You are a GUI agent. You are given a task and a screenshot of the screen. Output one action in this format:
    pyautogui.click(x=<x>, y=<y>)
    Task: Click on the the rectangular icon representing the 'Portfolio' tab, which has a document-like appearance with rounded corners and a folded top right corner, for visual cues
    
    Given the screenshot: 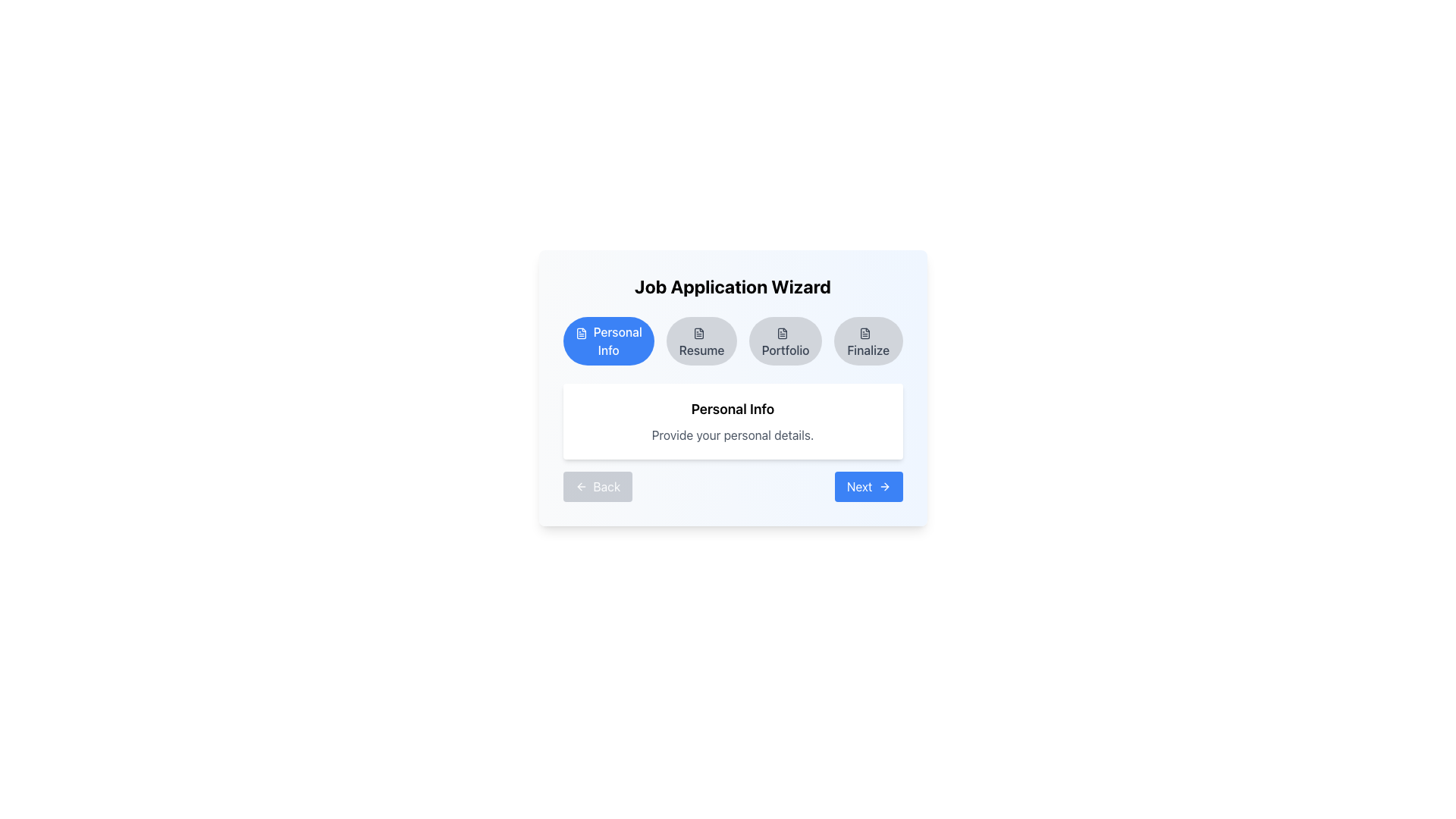 What is the action you would take?
    pyautogui.click(x=783, y=332)
    